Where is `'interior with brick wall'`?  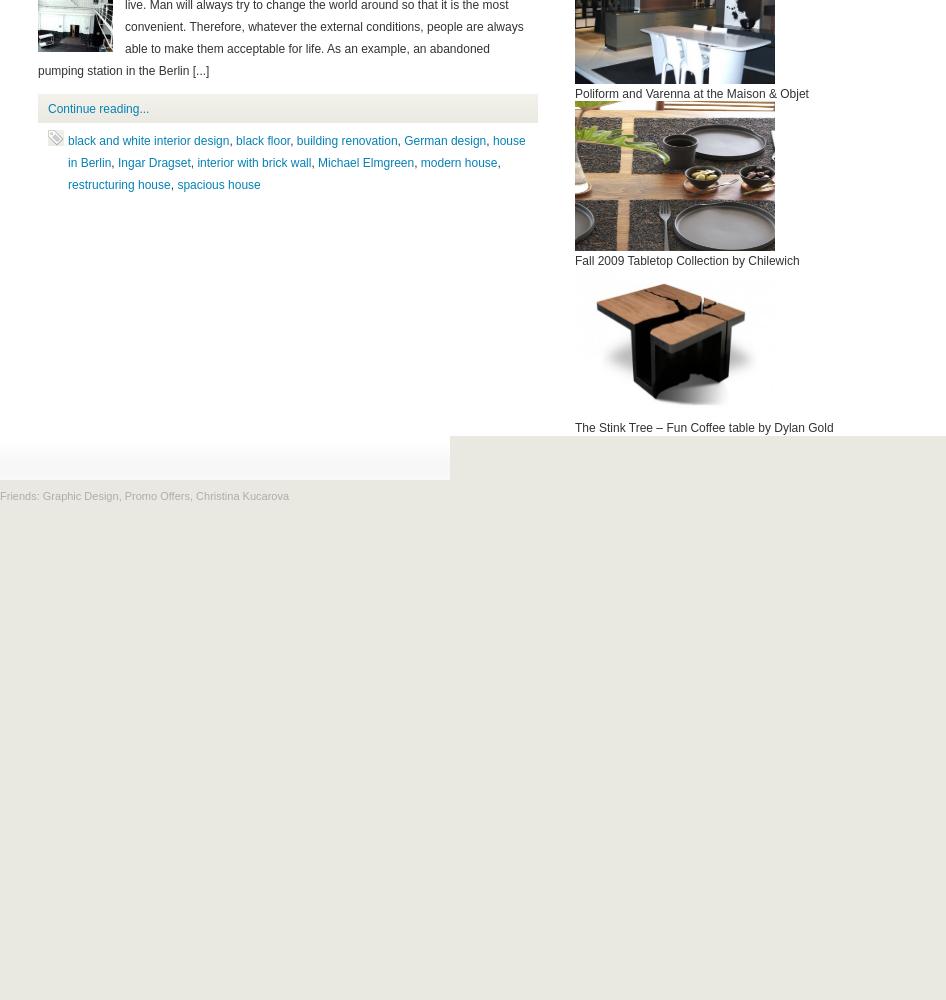
'interior with brick wall' is located at coordinates (253, 163).